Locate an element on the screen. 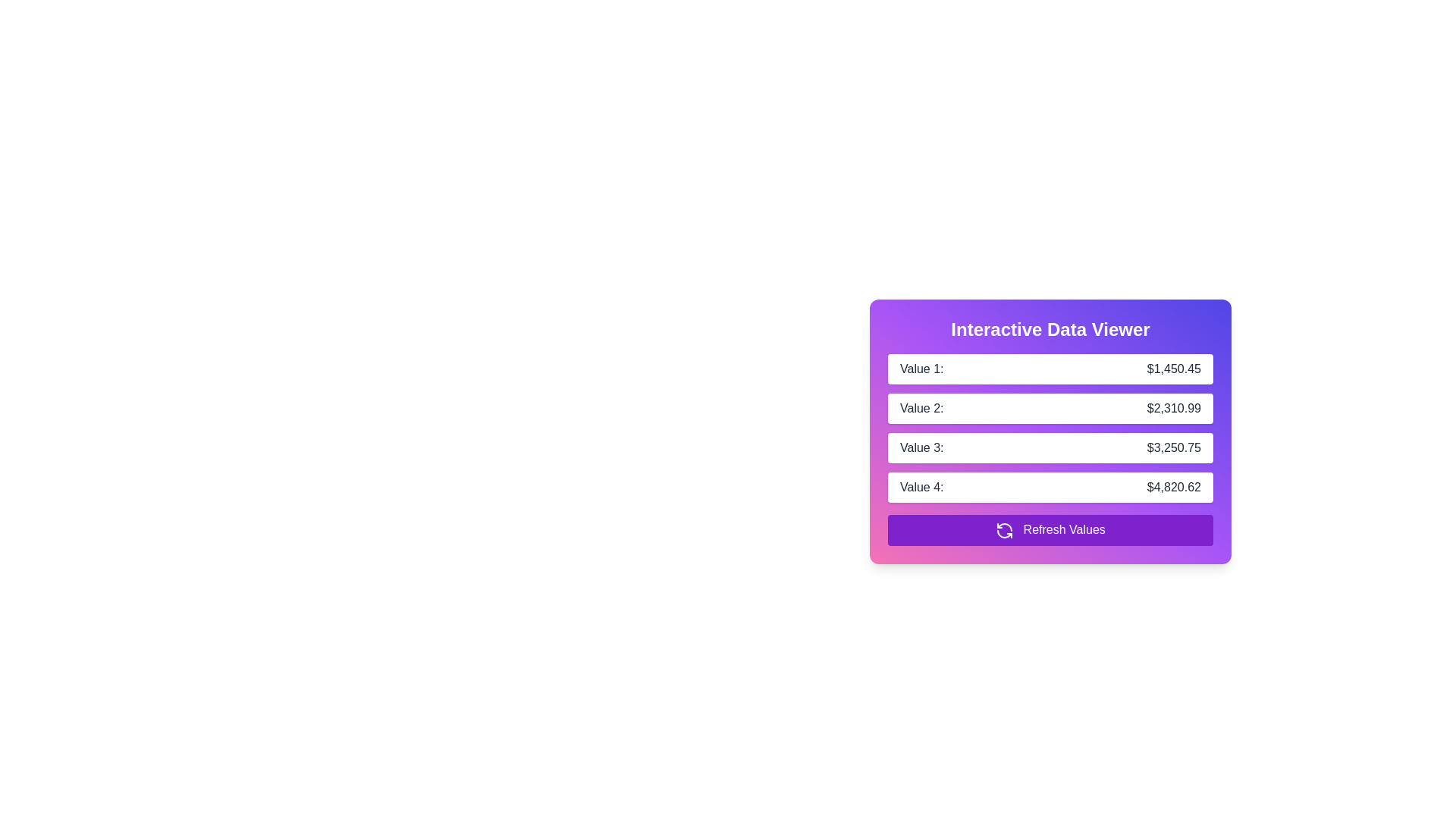 This screenshot has width=1456, height=819. the text label for the fourth entry in the data viewer, which provides context for the associated value displayed to its right, located under the header 'Interactive Data Viewer' is located at coordinates (921, 488).